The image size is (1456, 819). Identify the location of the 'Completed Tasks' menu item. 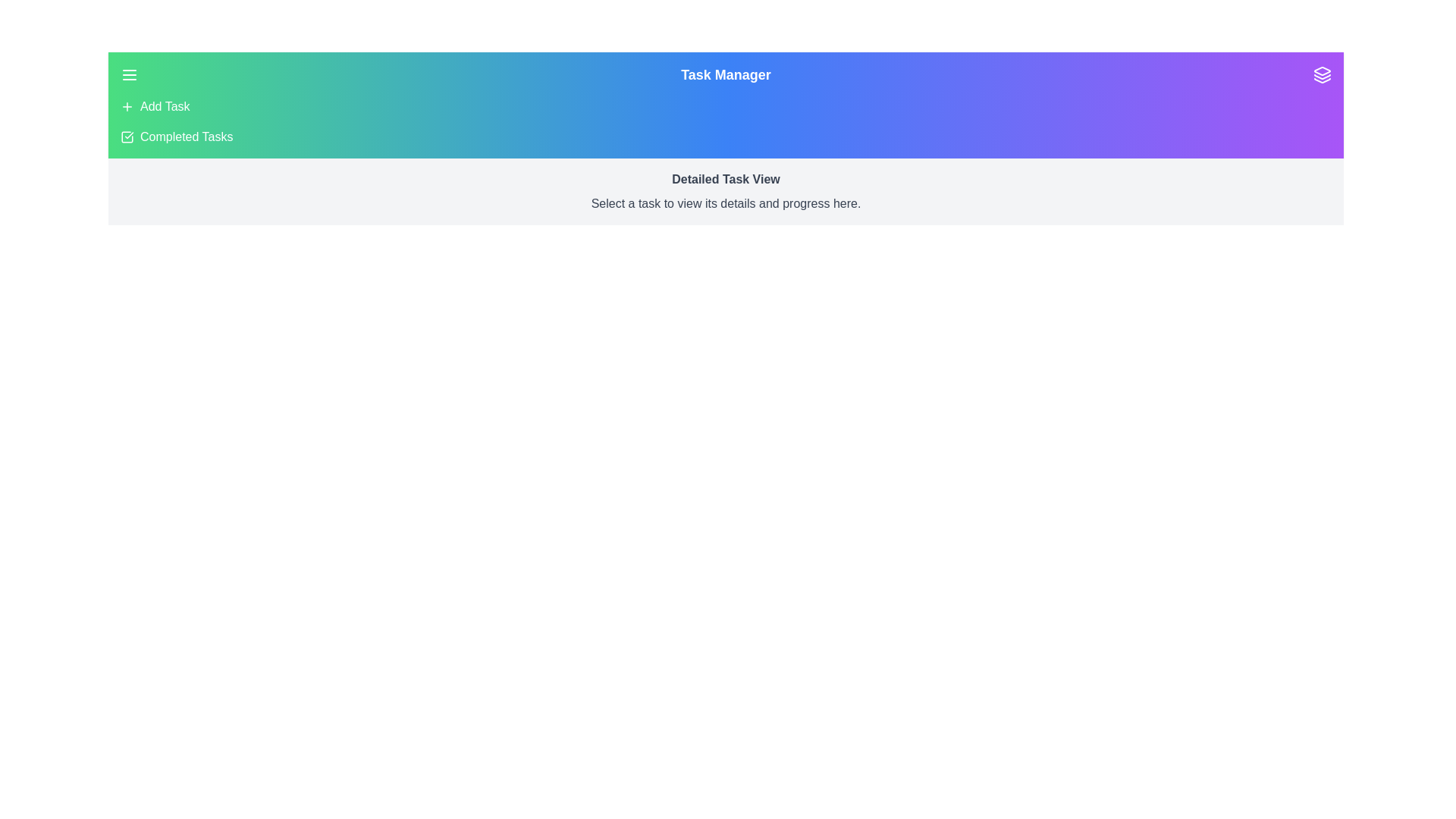
(127, 137).